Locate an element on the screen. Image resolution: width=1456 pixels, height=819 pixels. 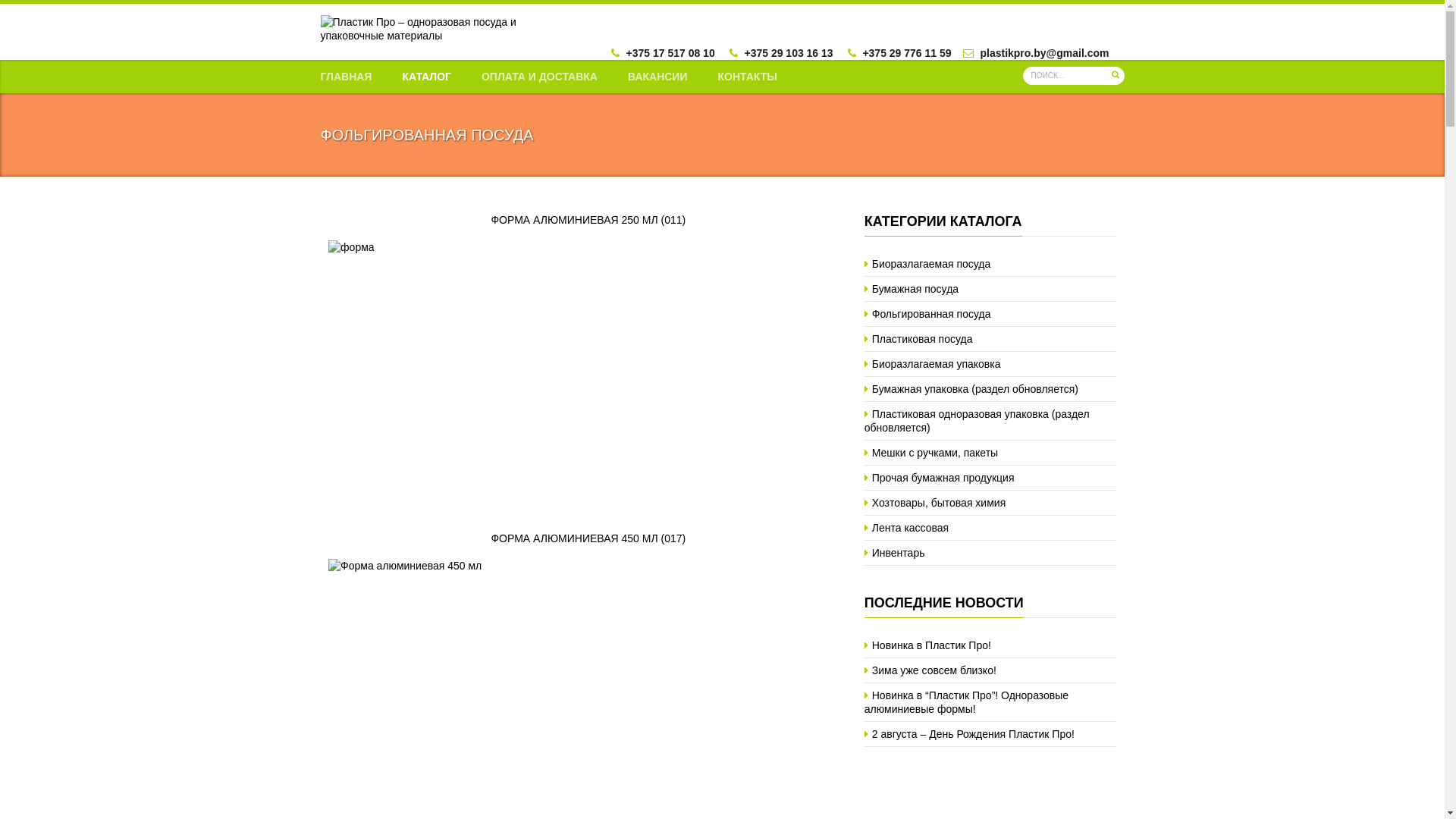
'+375 29 103 16 13' is located at coordinates (743, 52).